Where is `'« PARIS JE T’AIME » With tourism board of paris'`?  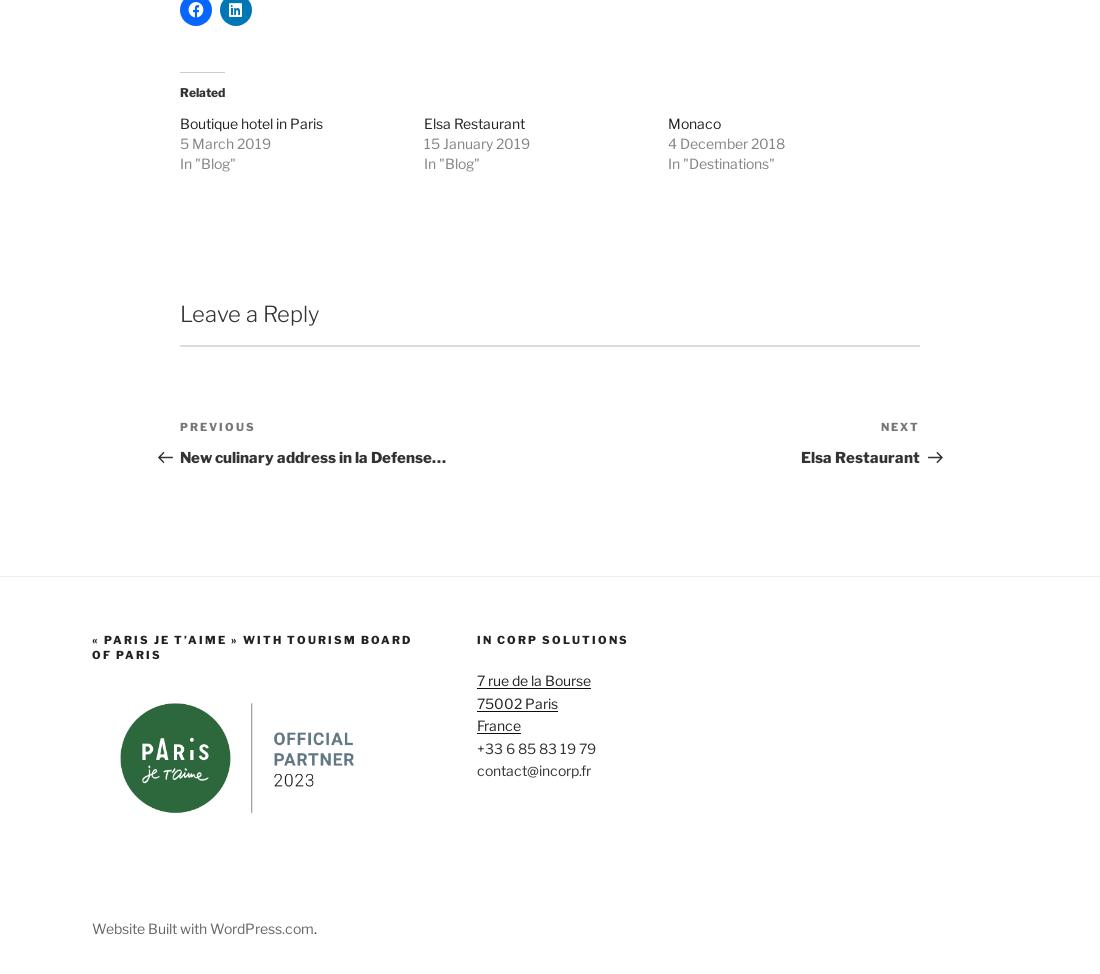
'« PARIS JE T’AIME » With tourism board of paris' is located at coordinates (252, 810).